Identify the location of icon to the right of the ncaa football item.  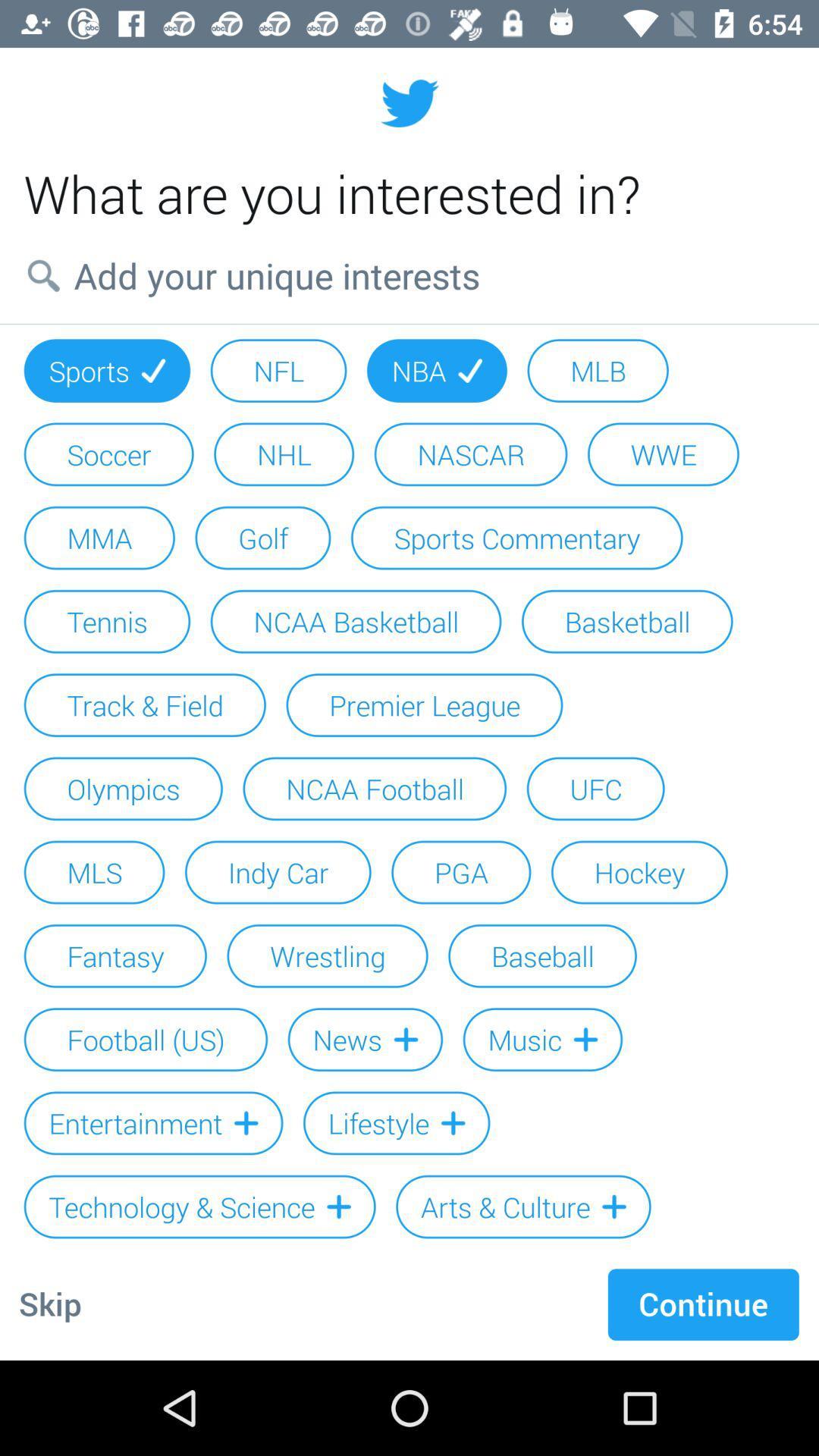
(595, 789).